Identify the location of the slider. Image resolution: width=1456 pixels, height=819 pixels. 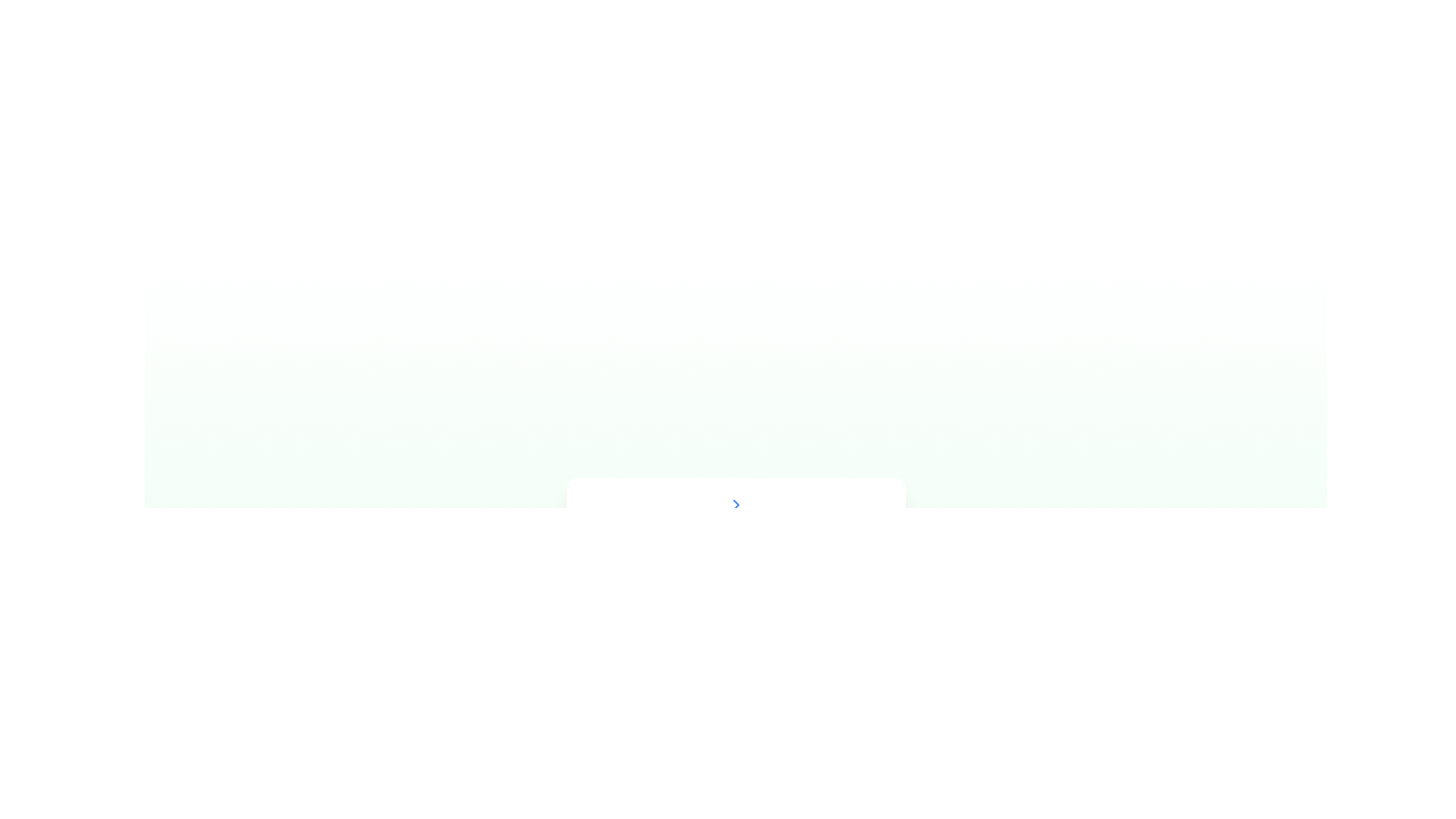
(802, 760).